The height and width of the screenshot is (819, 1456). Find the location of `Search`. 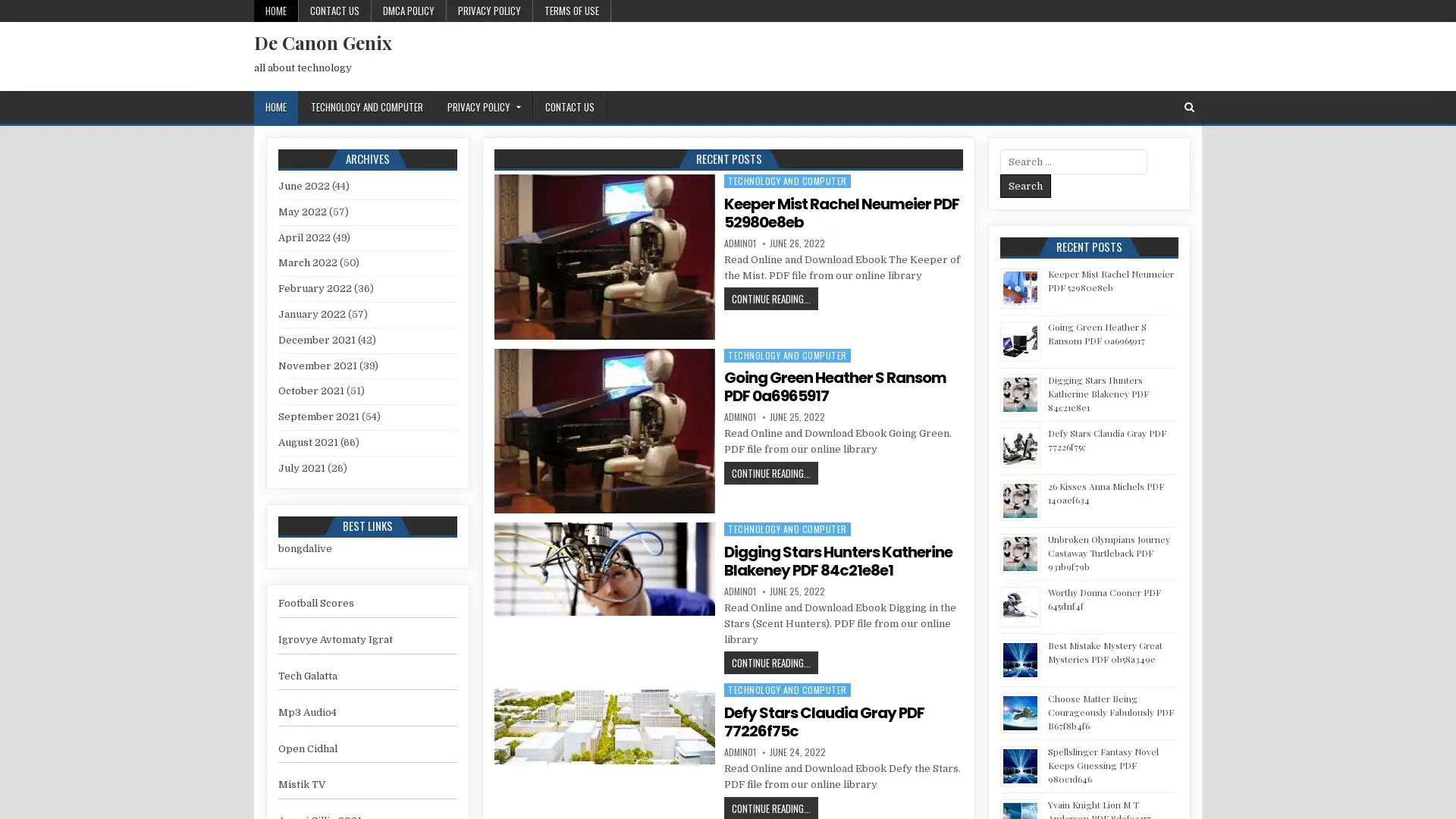

Search is located at coordinates (1025, 185).